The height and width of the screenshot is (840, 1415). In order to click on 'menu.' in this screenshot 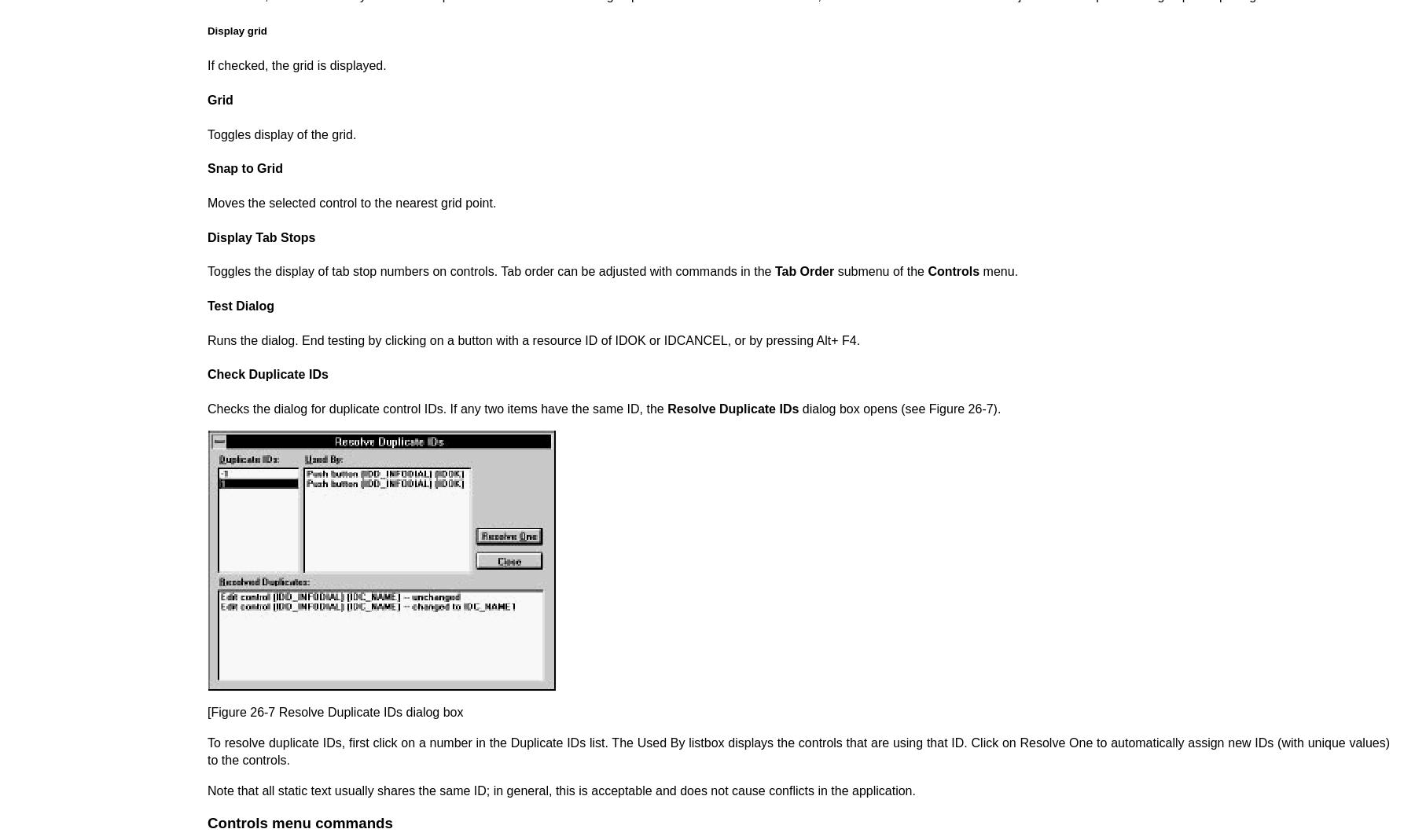, I will do `click(998, 271)`.